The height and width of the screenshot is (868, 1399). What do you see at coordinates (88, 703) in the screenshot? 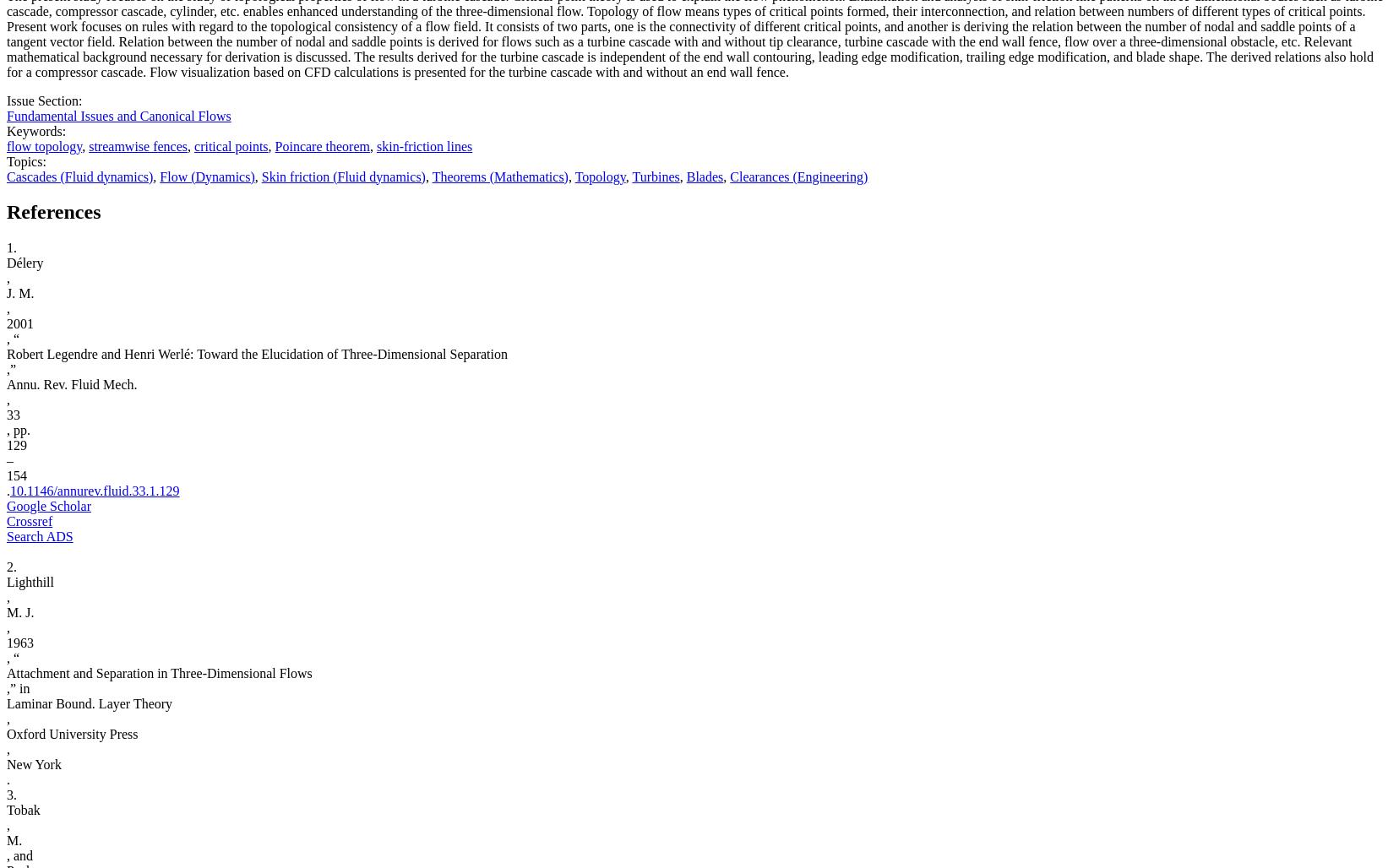
I see `'Laminar Bound. Layer Theory'` at bounding box center [88, 703].